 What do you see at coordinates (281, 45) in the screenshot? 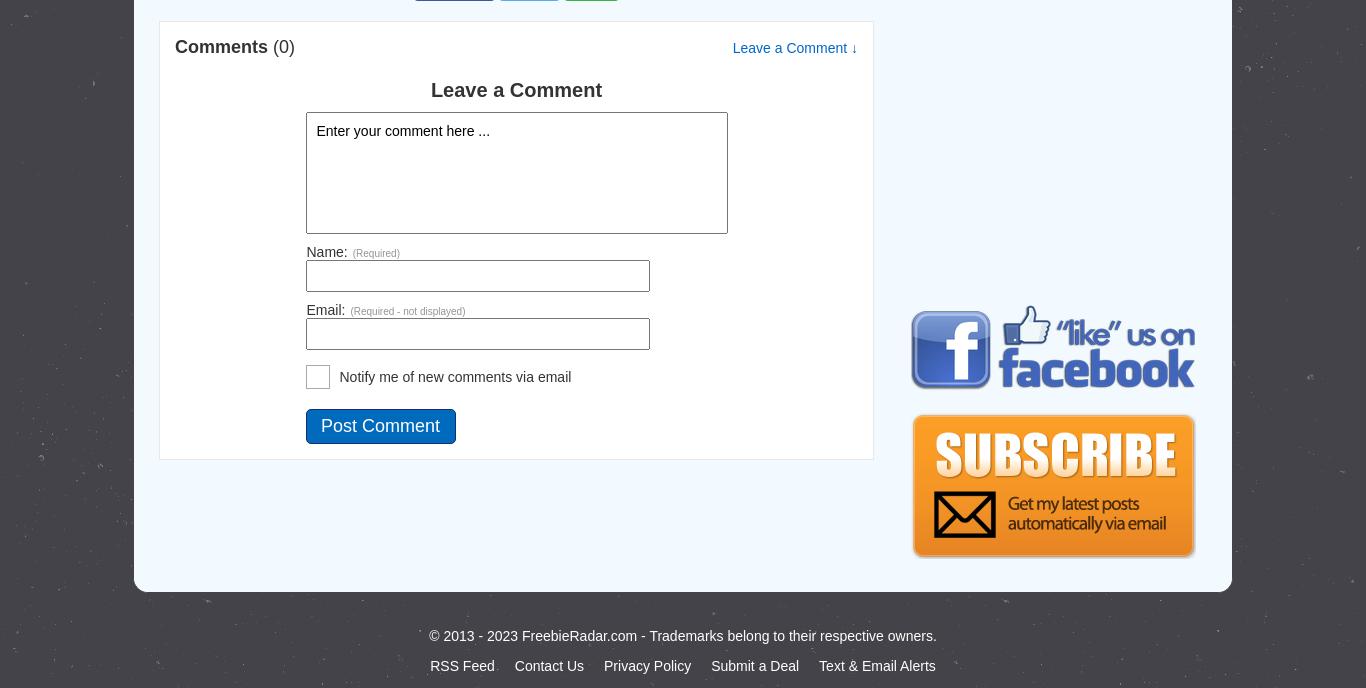
I see `'(0)'` at bounding box center [281, 45].